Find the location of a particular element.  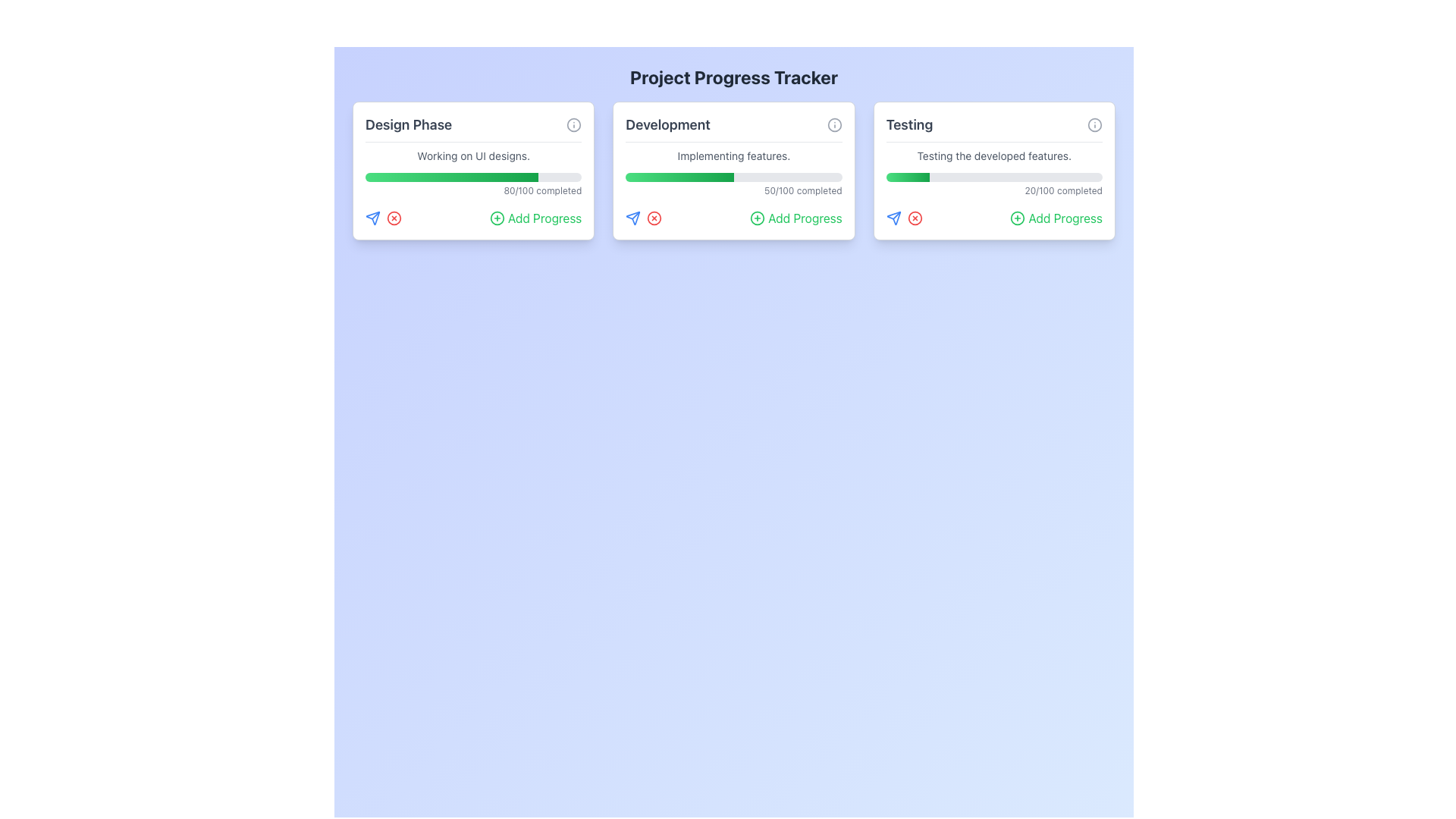

the cancel icon located in the bottom row of the 'Testing' card within the 'Project Progress Tracker' interface is located at coordinates (914, 218).